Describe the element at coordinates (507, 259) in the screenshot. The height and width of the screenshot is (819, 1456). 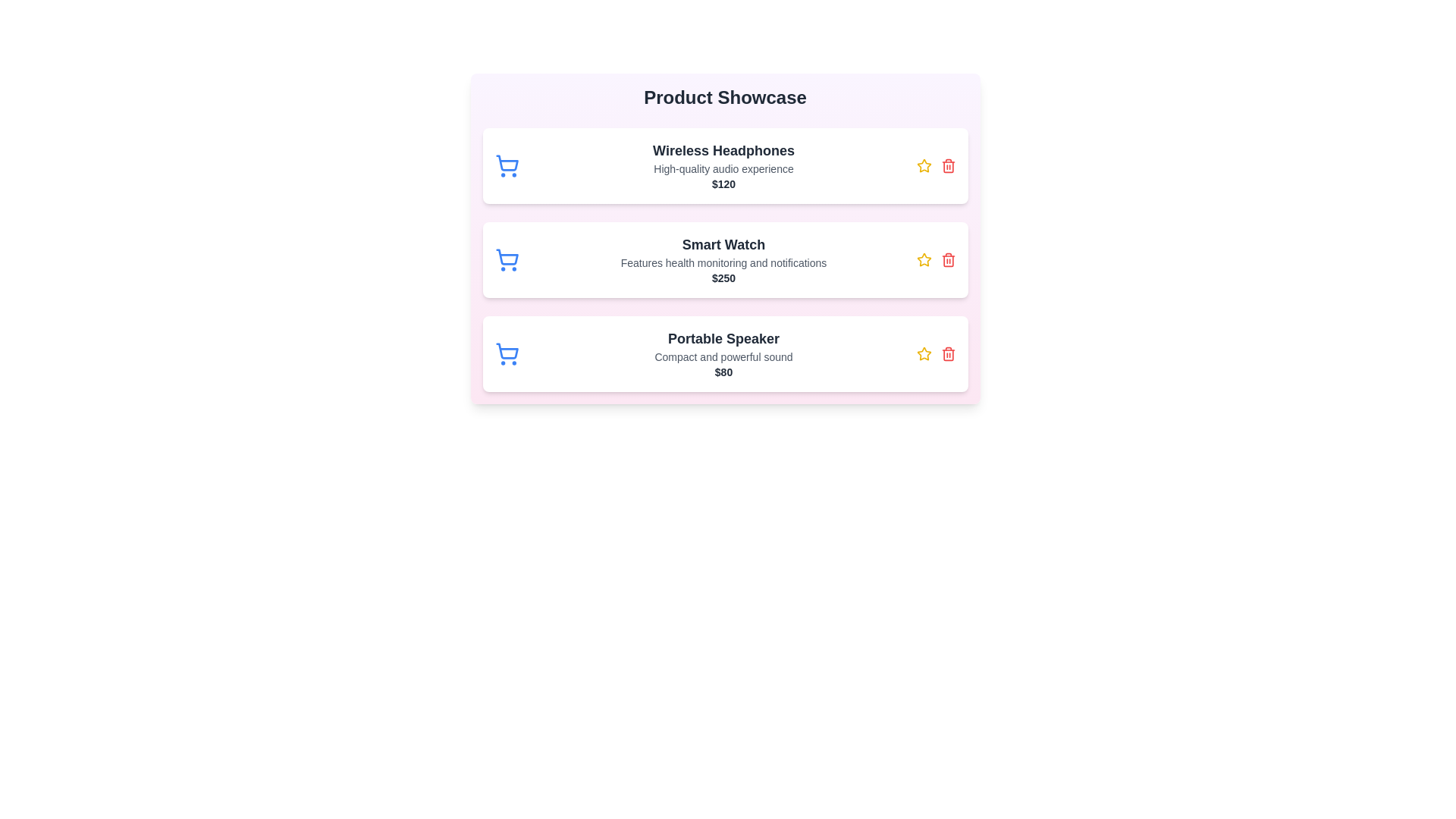
I see `the shopping cart icon for the product Smart Watch` at that location.